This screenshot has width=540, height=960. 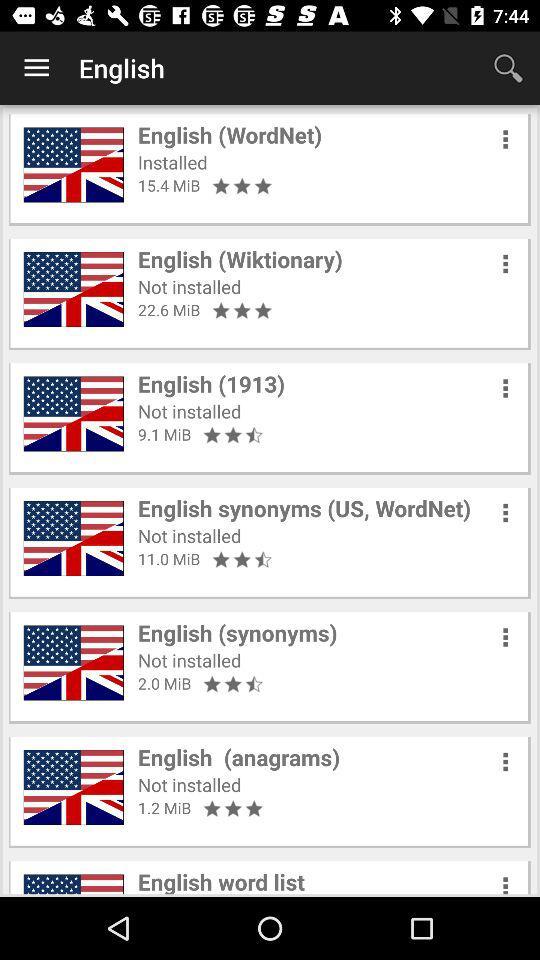 What do you see at coordinates (168, 309) in the screenshot?
I see `item below not installed` at bounding box center [168, 309].